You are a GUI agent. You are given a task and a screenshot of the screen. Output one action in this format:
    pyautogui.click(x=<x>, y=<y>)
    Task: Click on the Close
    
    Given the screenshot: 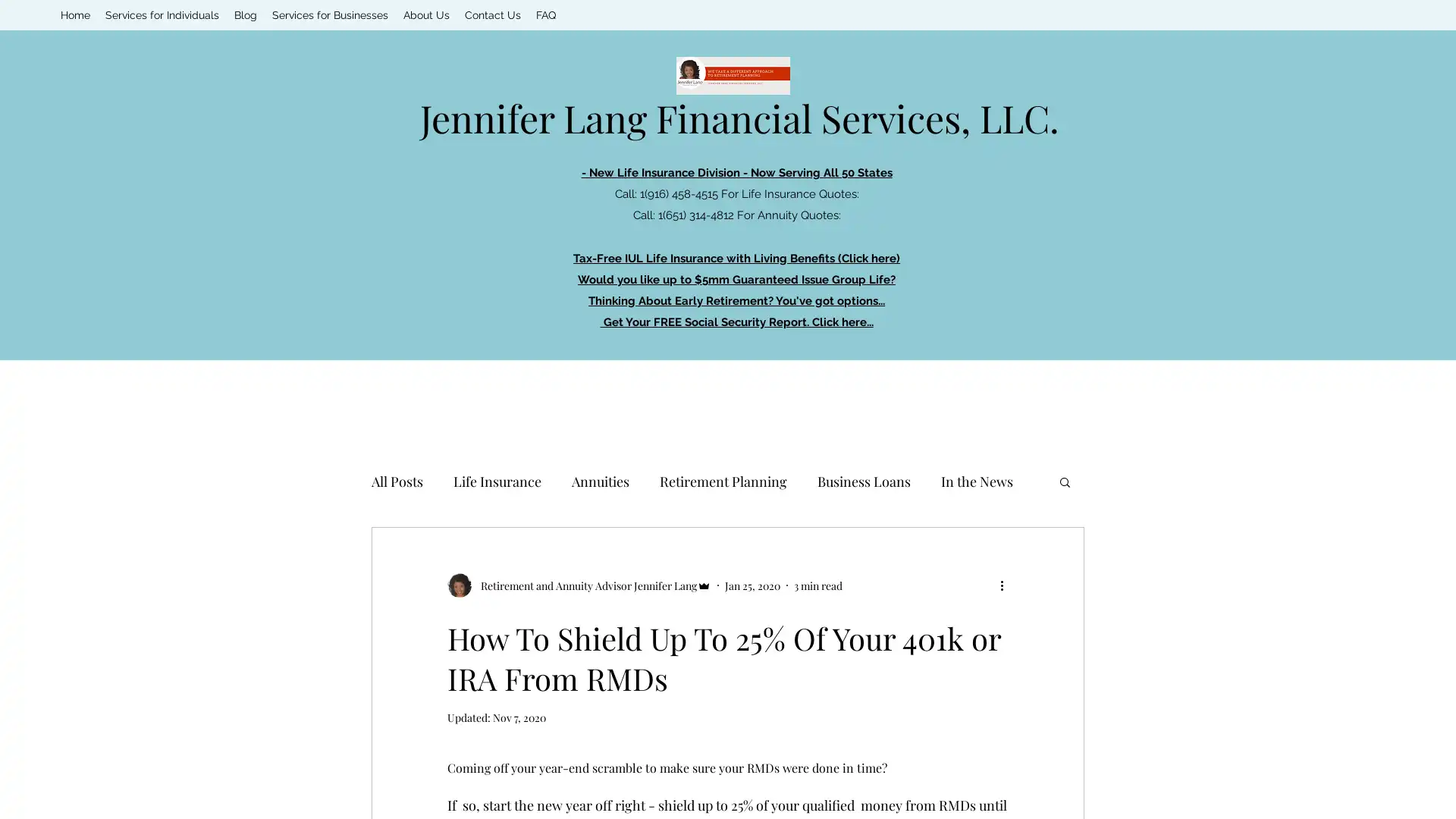 What is the action you would take?
    pyautogui.click(x=1437, y=794)
    